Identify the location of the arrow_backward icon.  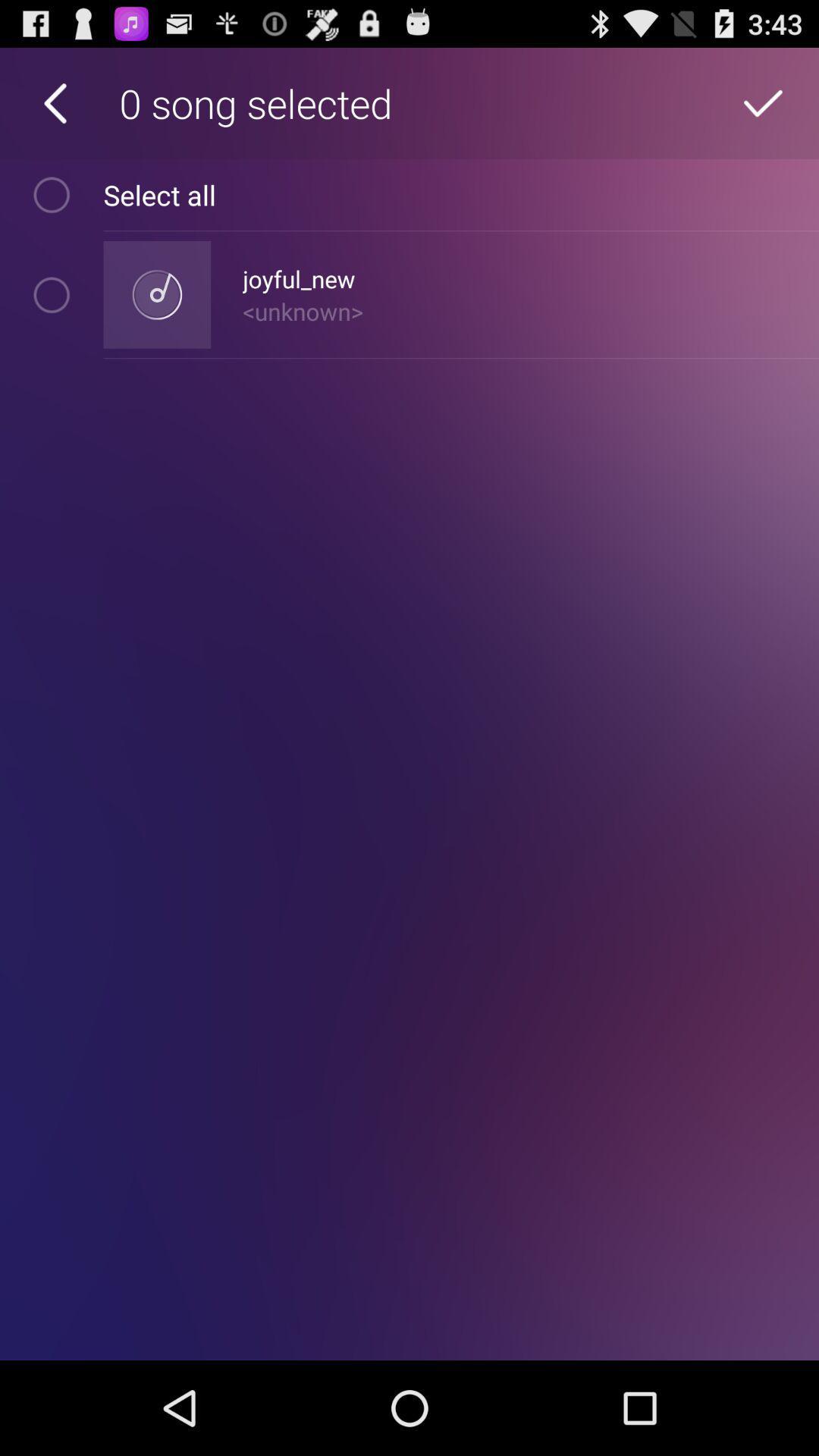
(55, 110).